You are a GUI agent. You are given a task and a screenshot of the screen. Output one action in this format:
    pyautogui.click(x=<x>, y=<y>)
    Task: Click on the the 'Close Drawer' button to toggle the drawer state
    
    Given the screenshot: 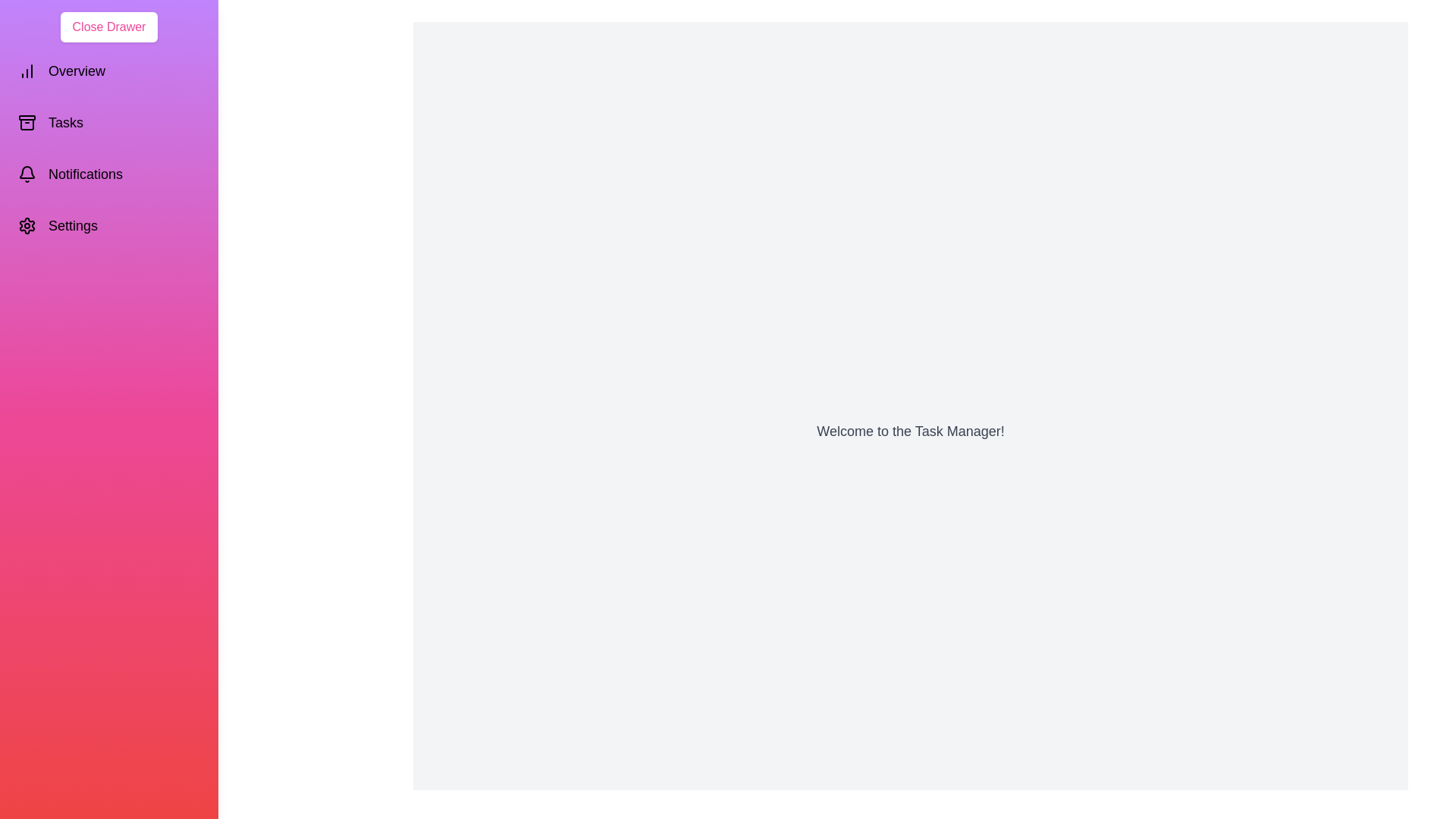 What is the action you would take?
    pyautogui.click(x=108, y=27)
    